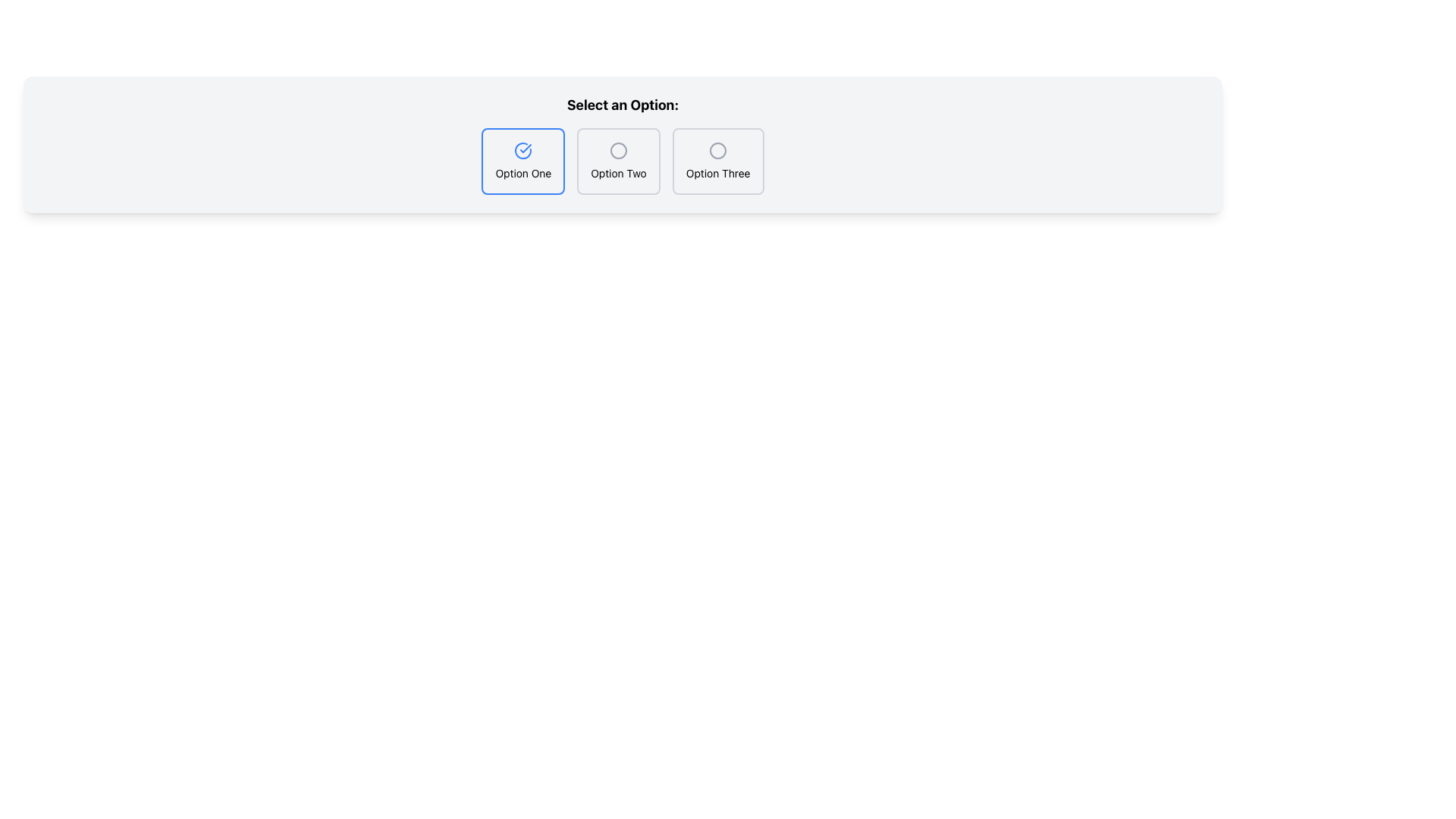  What do you see at coordinates (717, 151) in the screenshot?
I see `the selection marker icon for the 'Option Three' button` at bounding box center [717, 151].